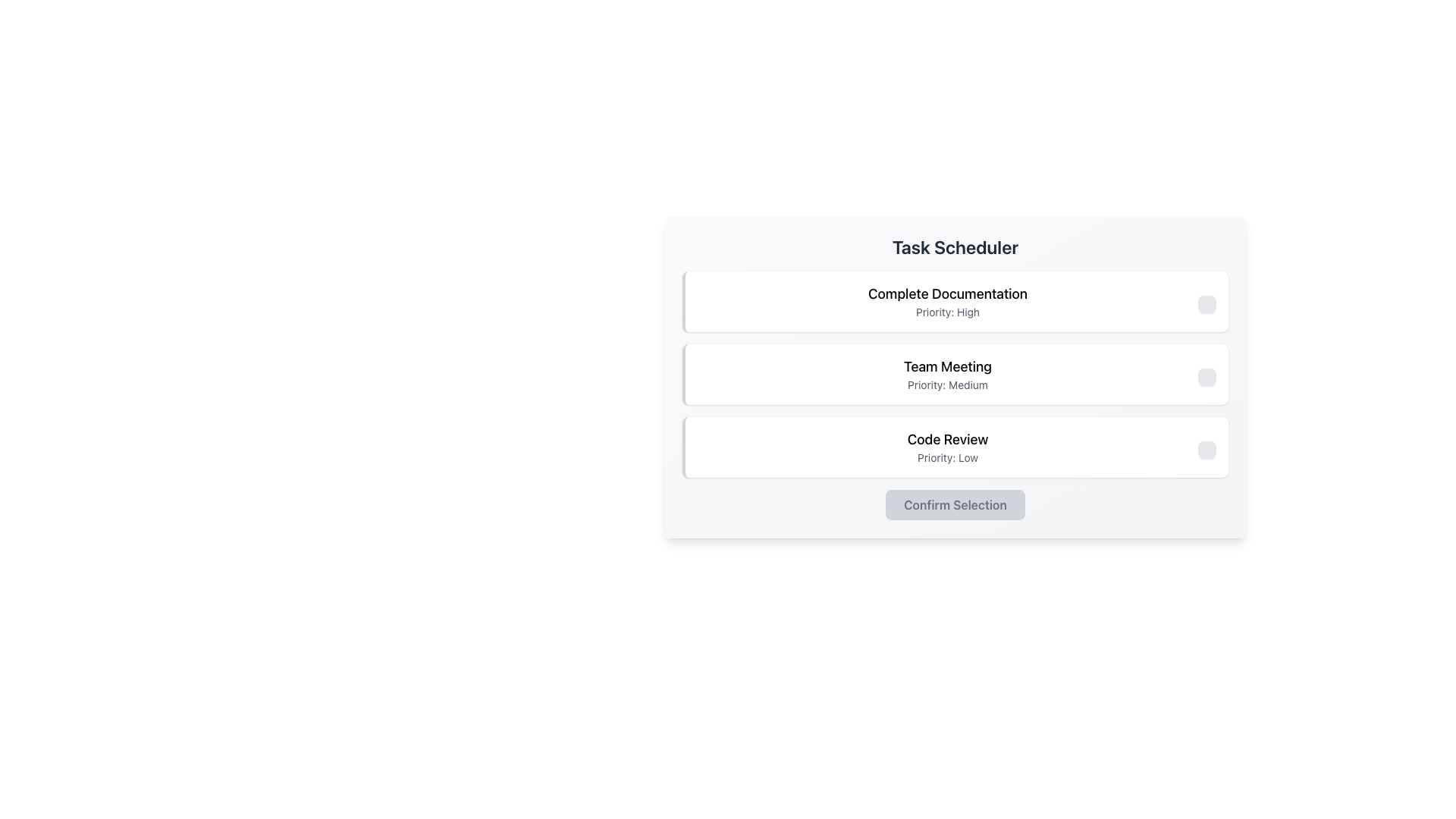  Describe the element at coordinates (954, 374) in the screenshot. I see `the middle task item labeled 'Team Meeting' within the vertically arranged grid of tasks for additional information` at that location.